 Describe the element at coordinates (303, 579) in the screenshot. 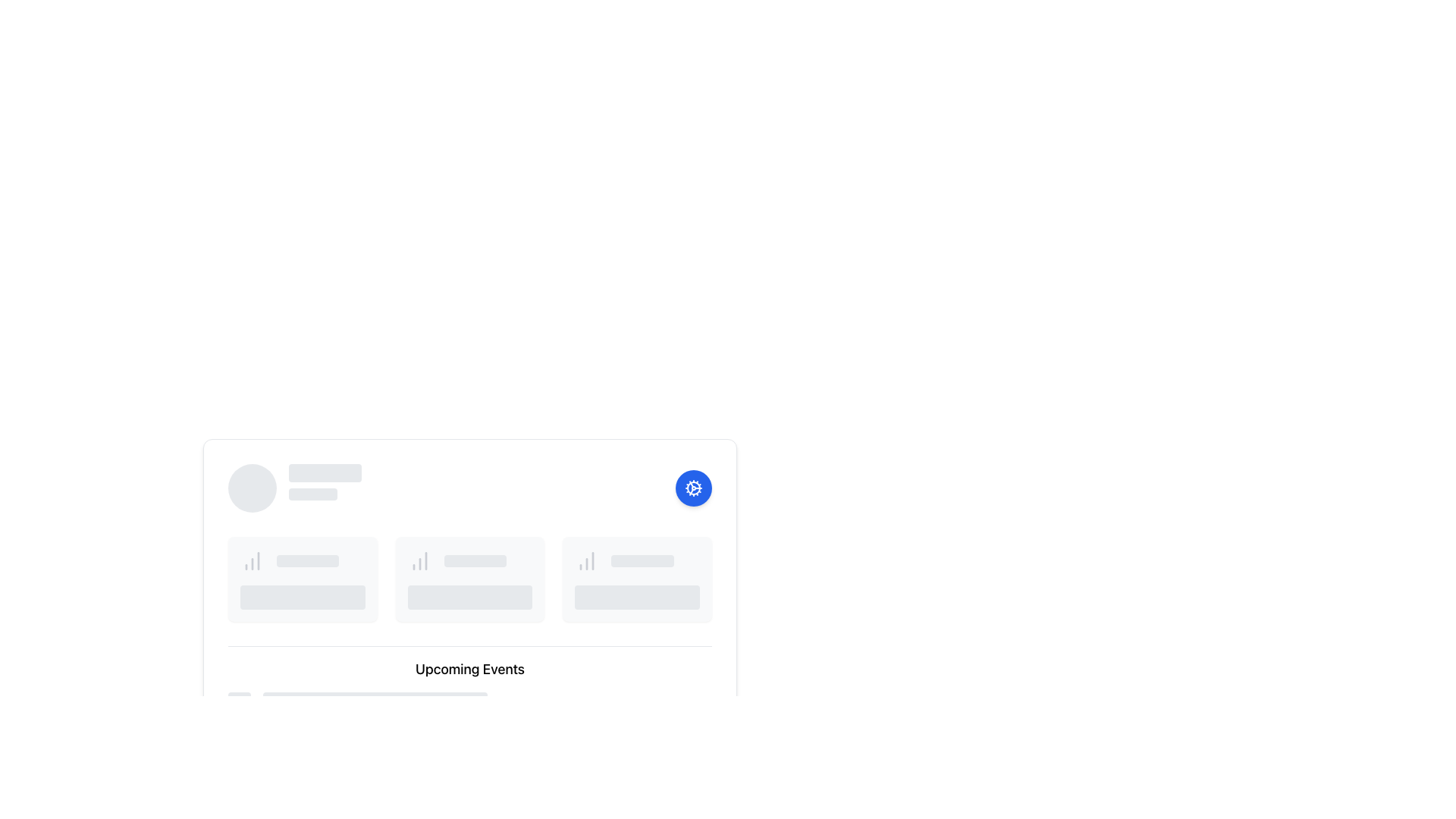

I see `the first card in the grid layout, which serves as a loading indicator and is positioned on the top-left` at that location.